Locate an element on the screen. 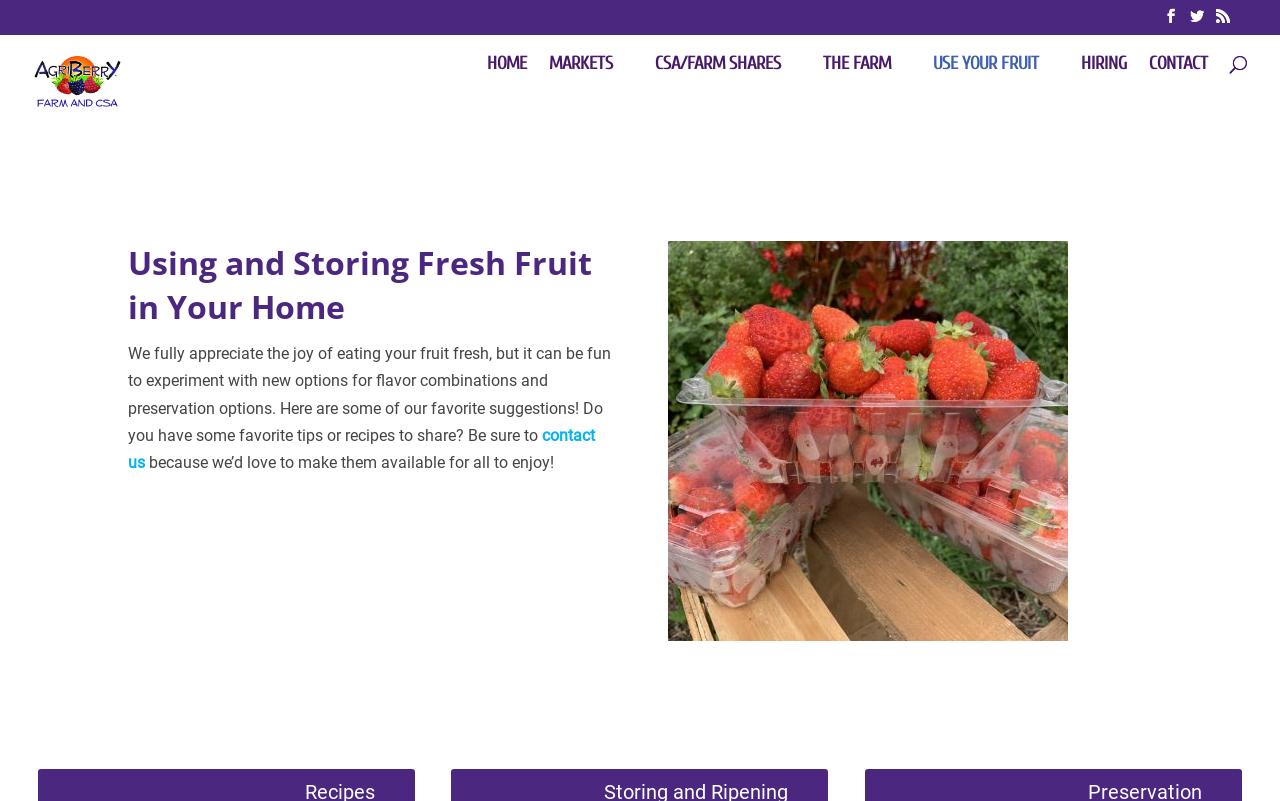 This screenshot has height=801, width=1280. 'Canning and Jam Making' is located at coordinates (1035, 409).